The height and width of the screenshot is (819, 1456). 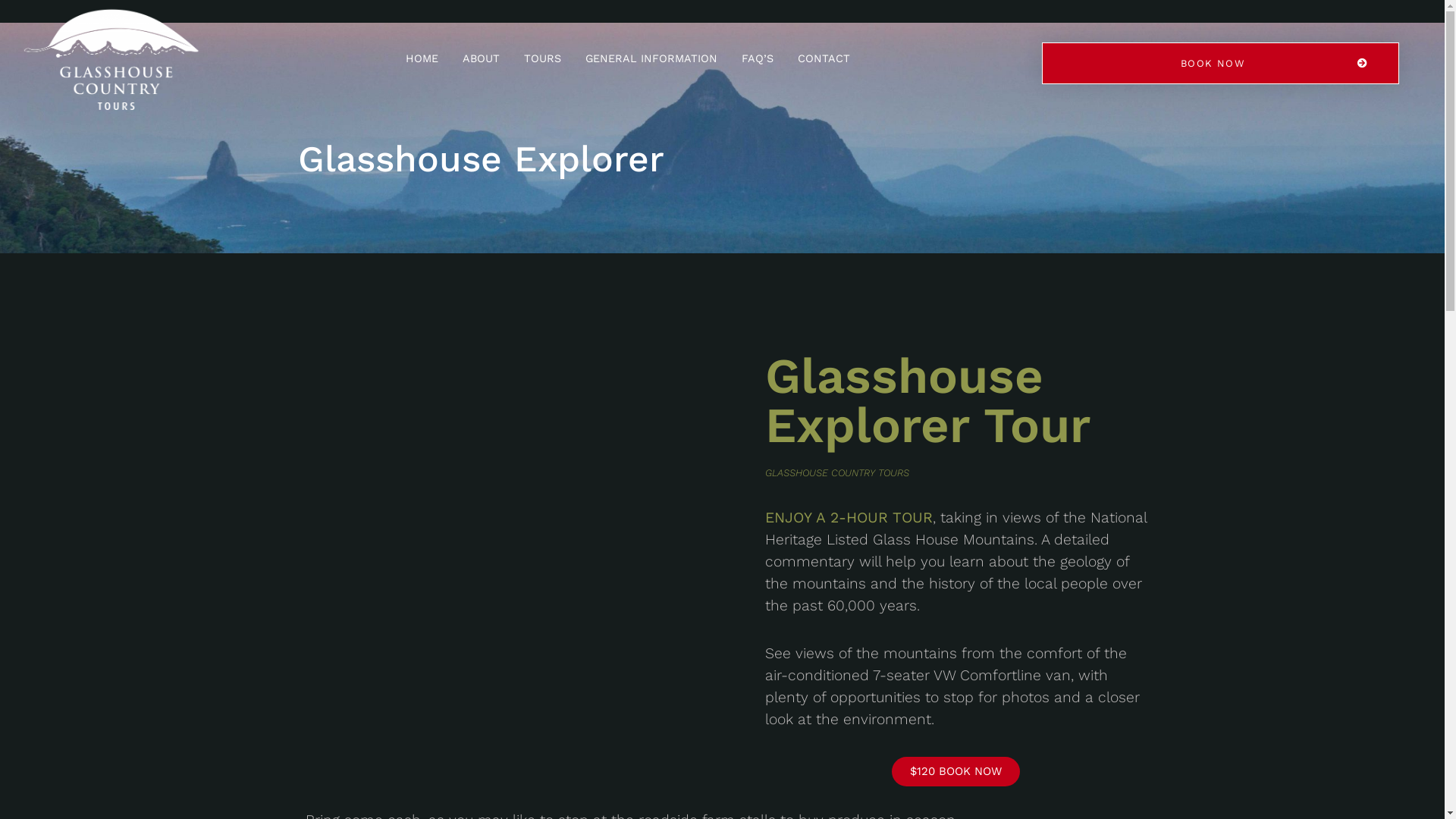 I want to click on '$120 BOOK NOW', so click(x=955, y=771).